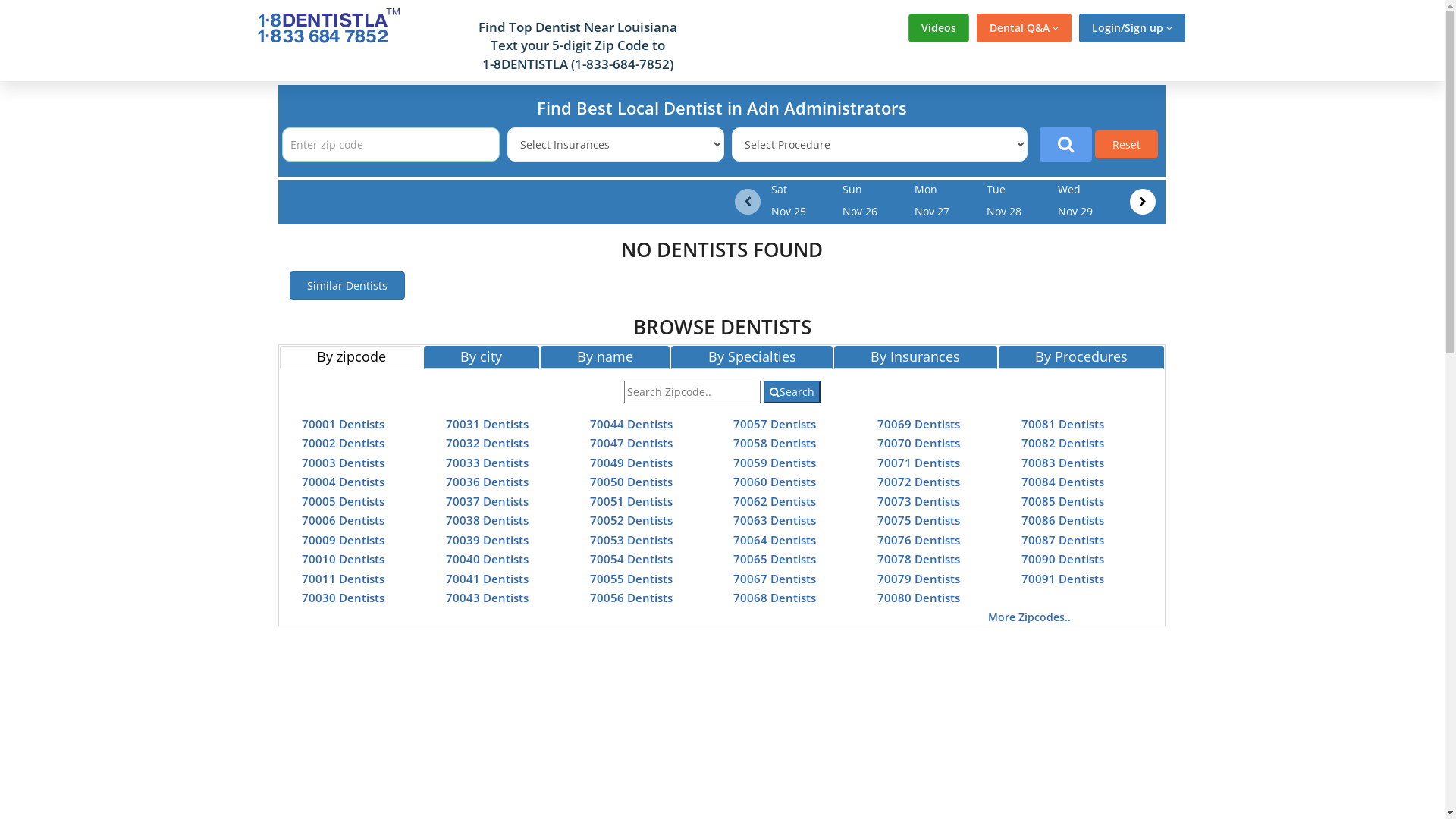  I want to click on '70036 Dentists', so click(487, 482).